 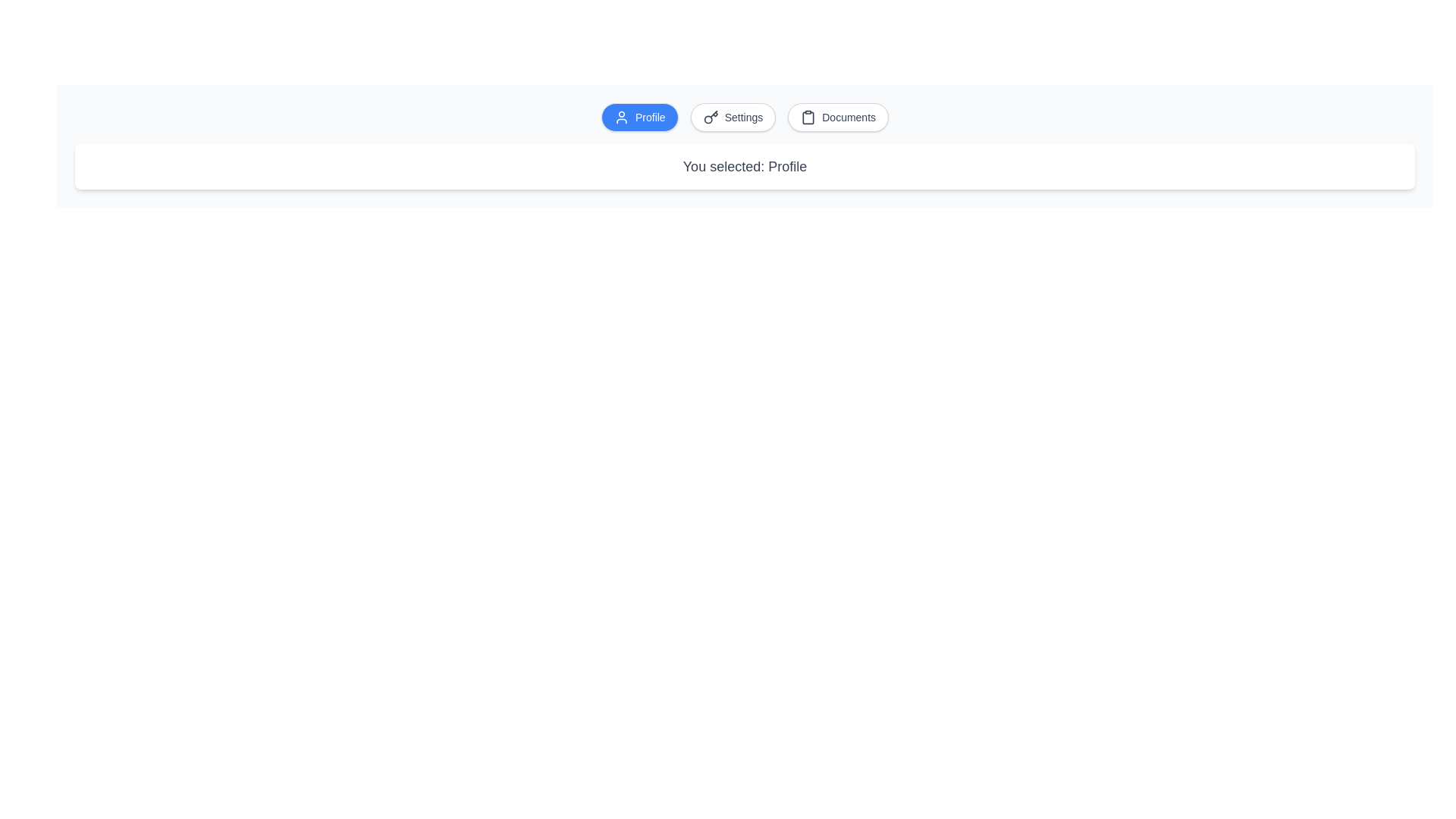 What do you see at coordinates (622, 116) in the screenshot?
I see `the user profile icon, which is a minimalistic SVG graphic of a person with a circular head and curved shoulders, located within the 'Profile' button at the top left of the interface` at bounding box center [622, 116].